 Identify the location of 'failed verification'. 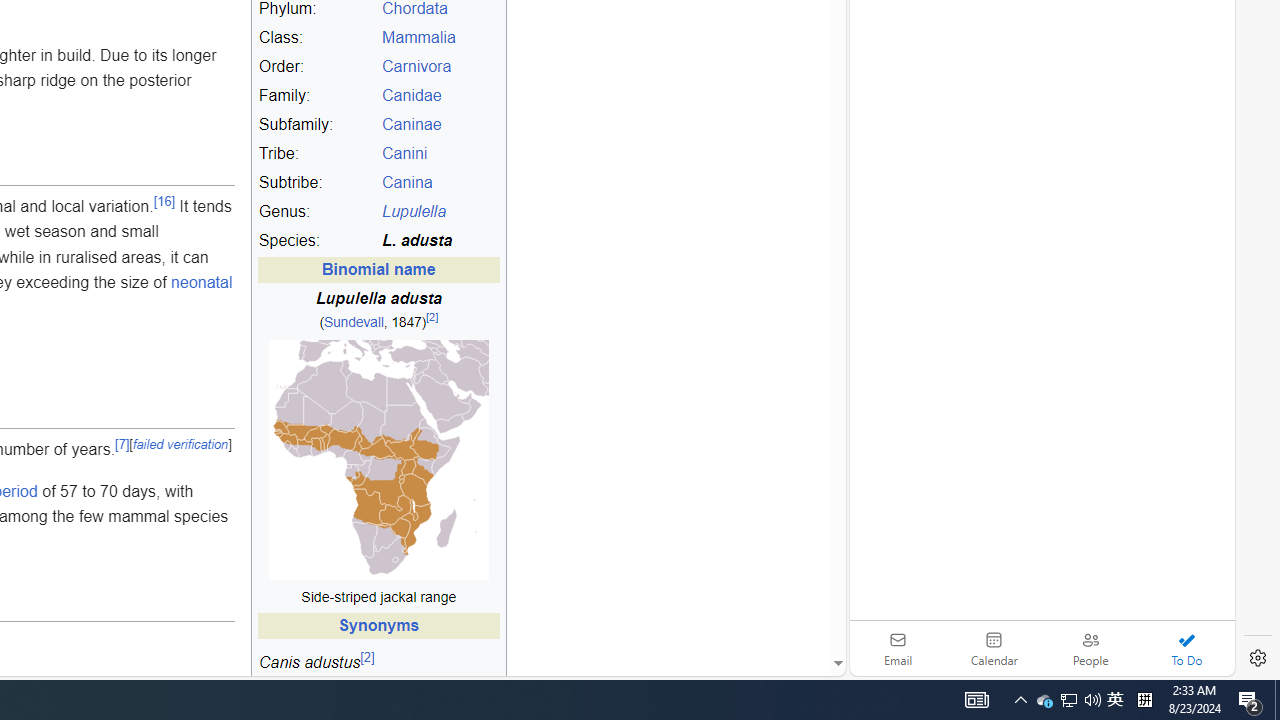
(180, 443).